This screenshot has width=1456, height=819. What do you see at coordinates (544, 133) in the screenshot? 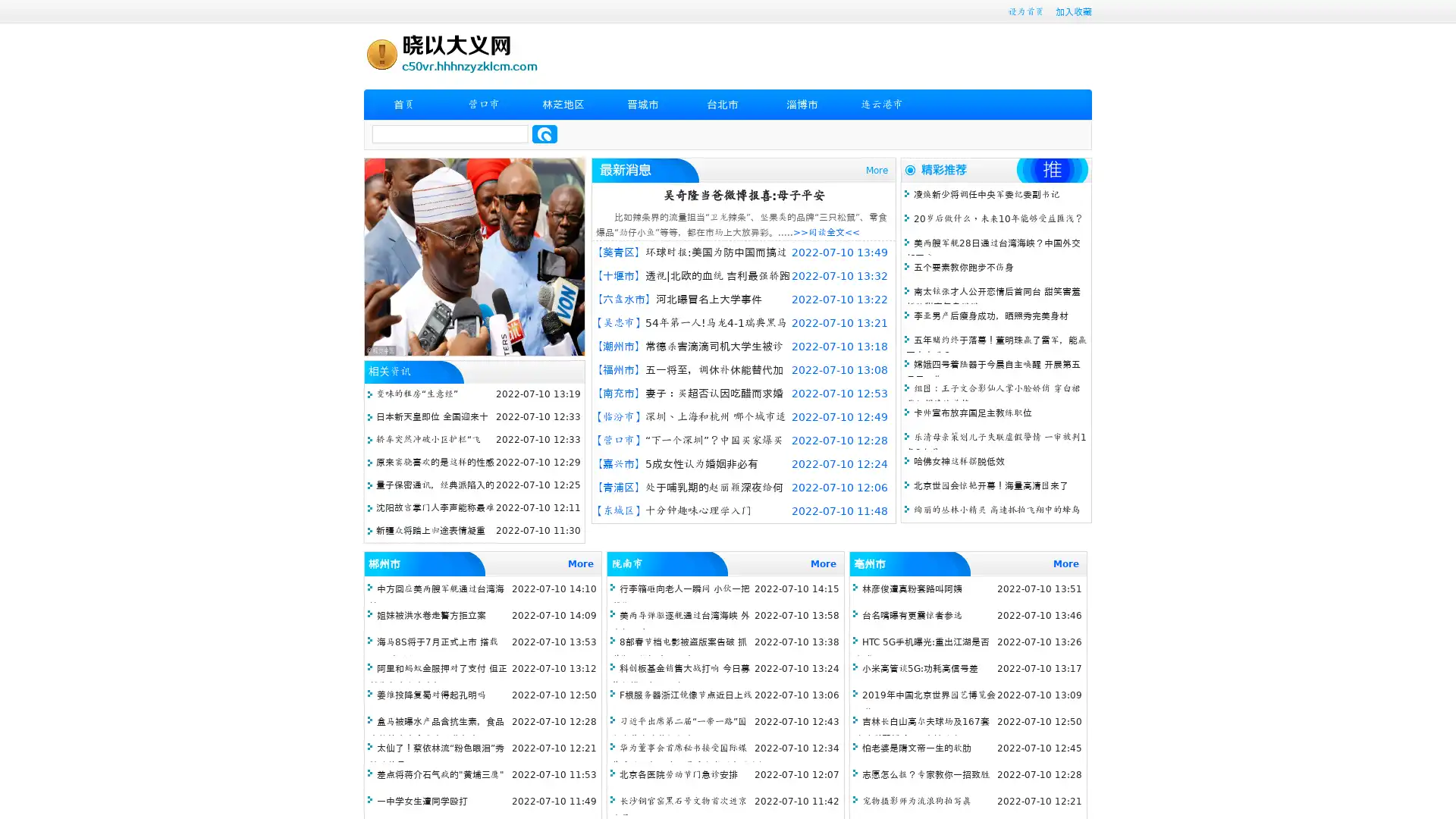
I see `Search` at bounding box center [544, 133].